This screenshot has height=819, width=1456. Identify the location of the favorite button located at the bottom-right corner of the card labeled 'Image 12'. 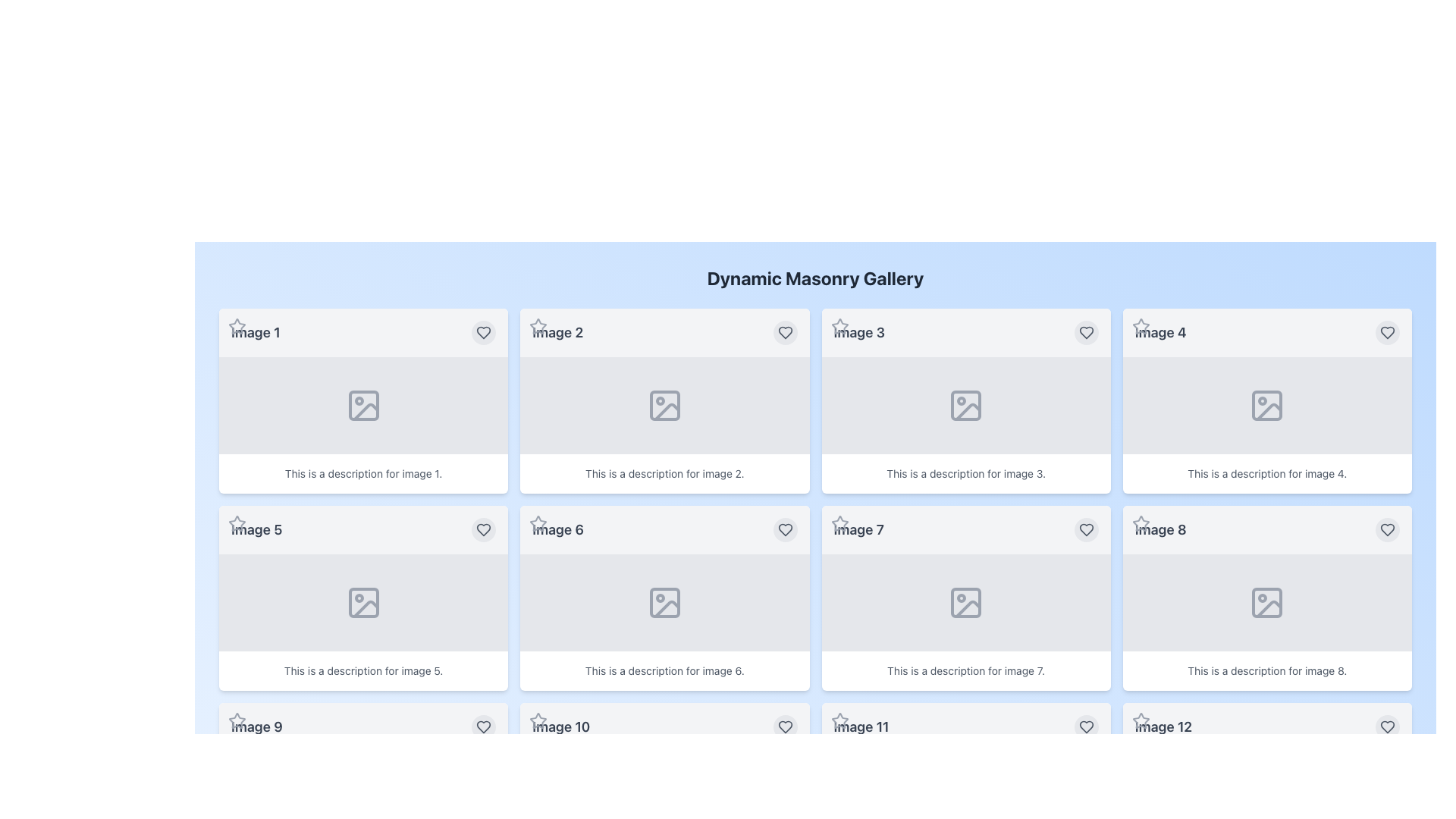
(1387, 726).